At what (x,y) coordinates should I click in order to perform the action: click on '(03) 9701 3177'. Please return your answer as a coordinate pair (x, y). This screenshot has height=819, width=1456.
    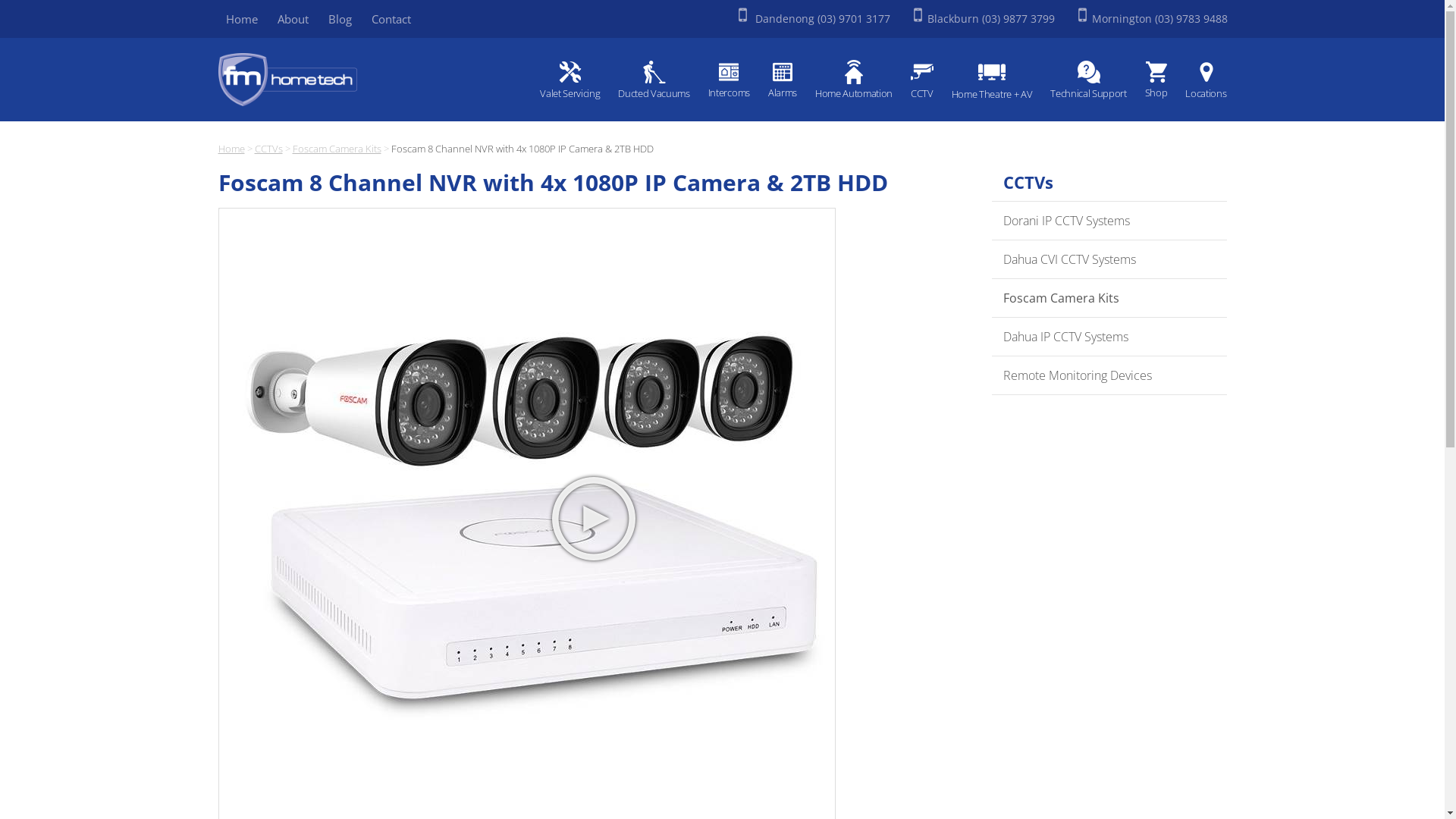
    Looking at the image, I should click on (854, 18).